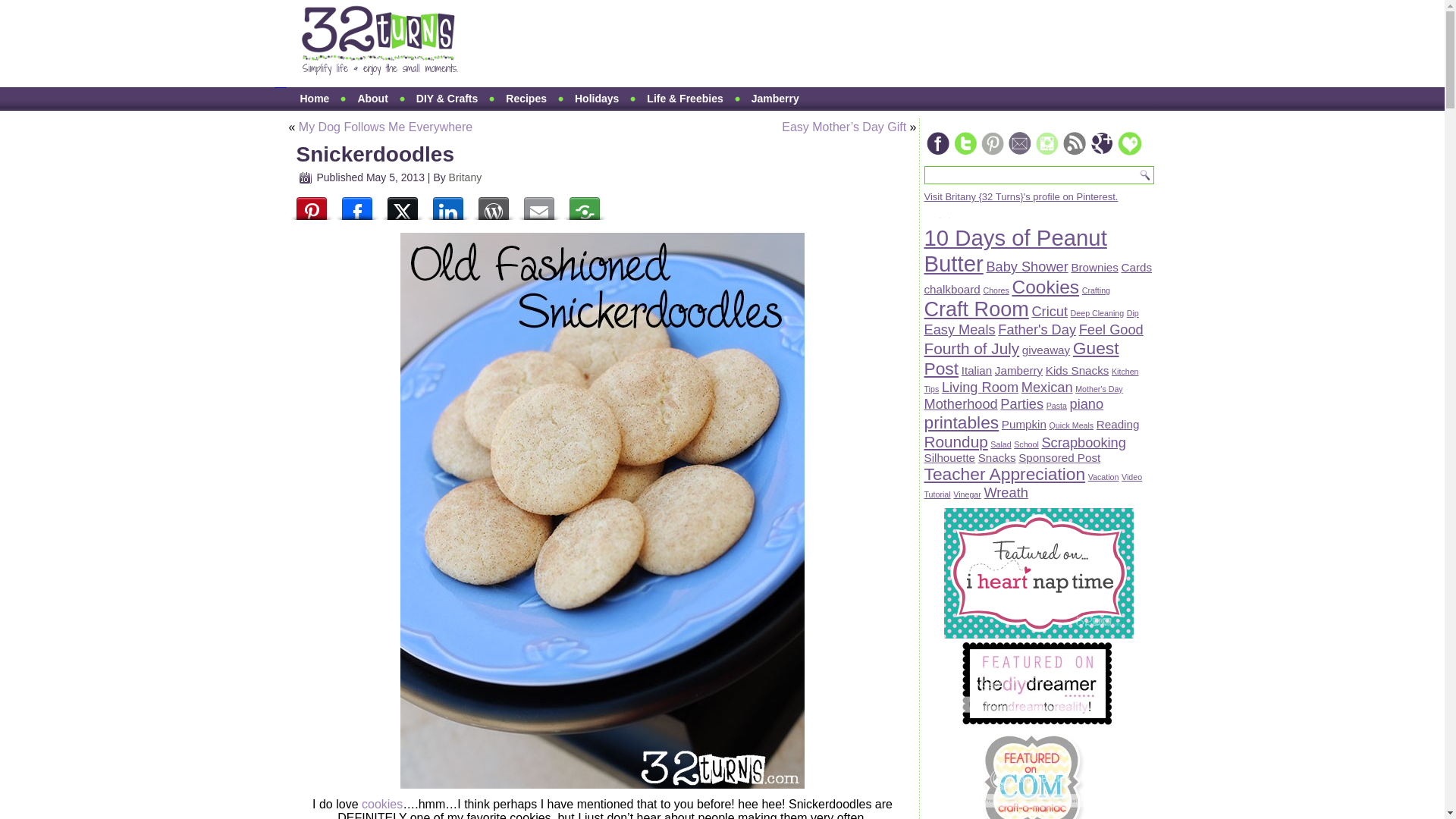  What do you see at coordinates (1045, 350) in the screenshot?
I see `'giveaway'` at bounding box center [1045, 350].